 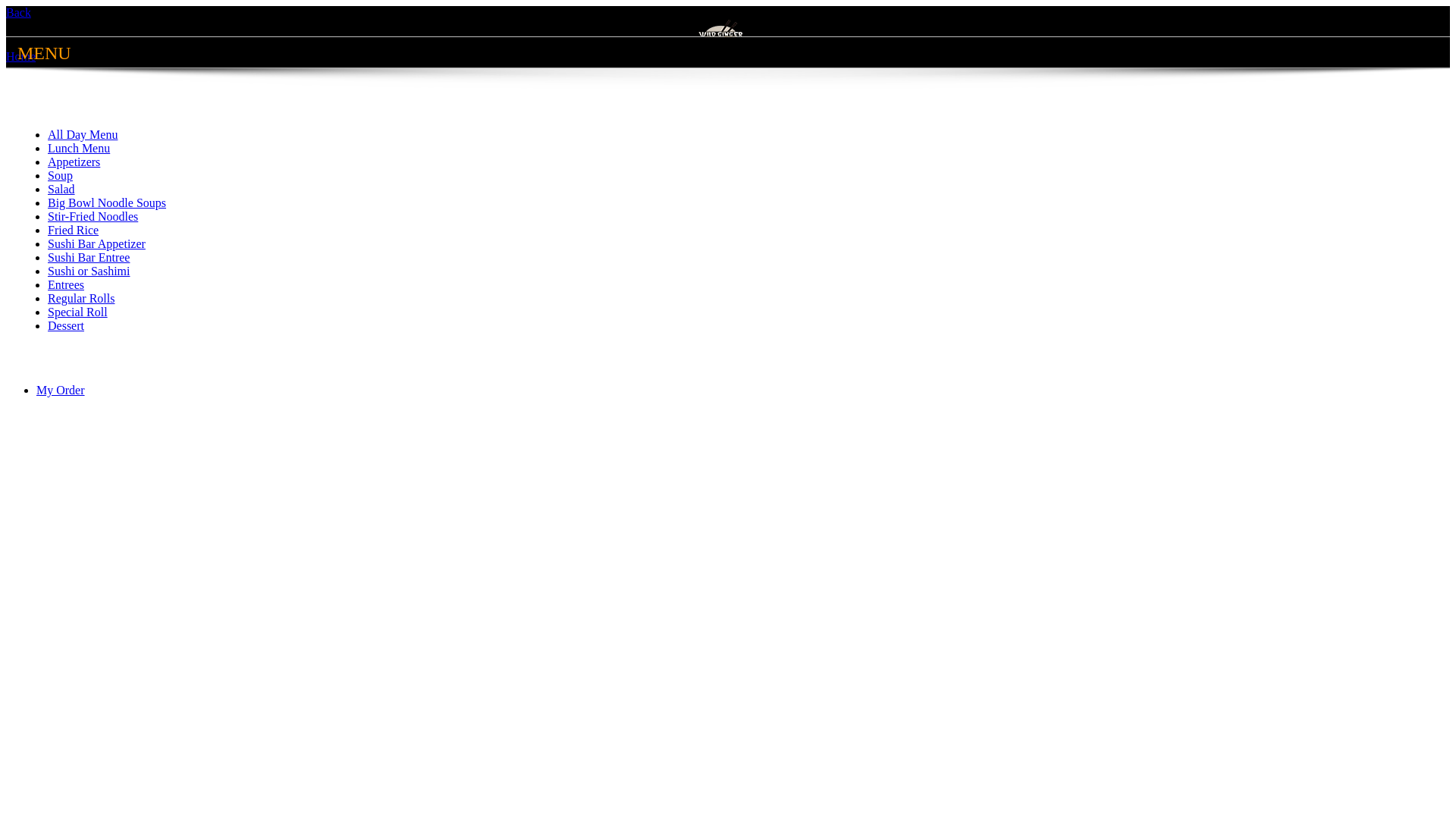 I want to click on 'Sushi Bar Appetizer', so click(x=96, y=243).